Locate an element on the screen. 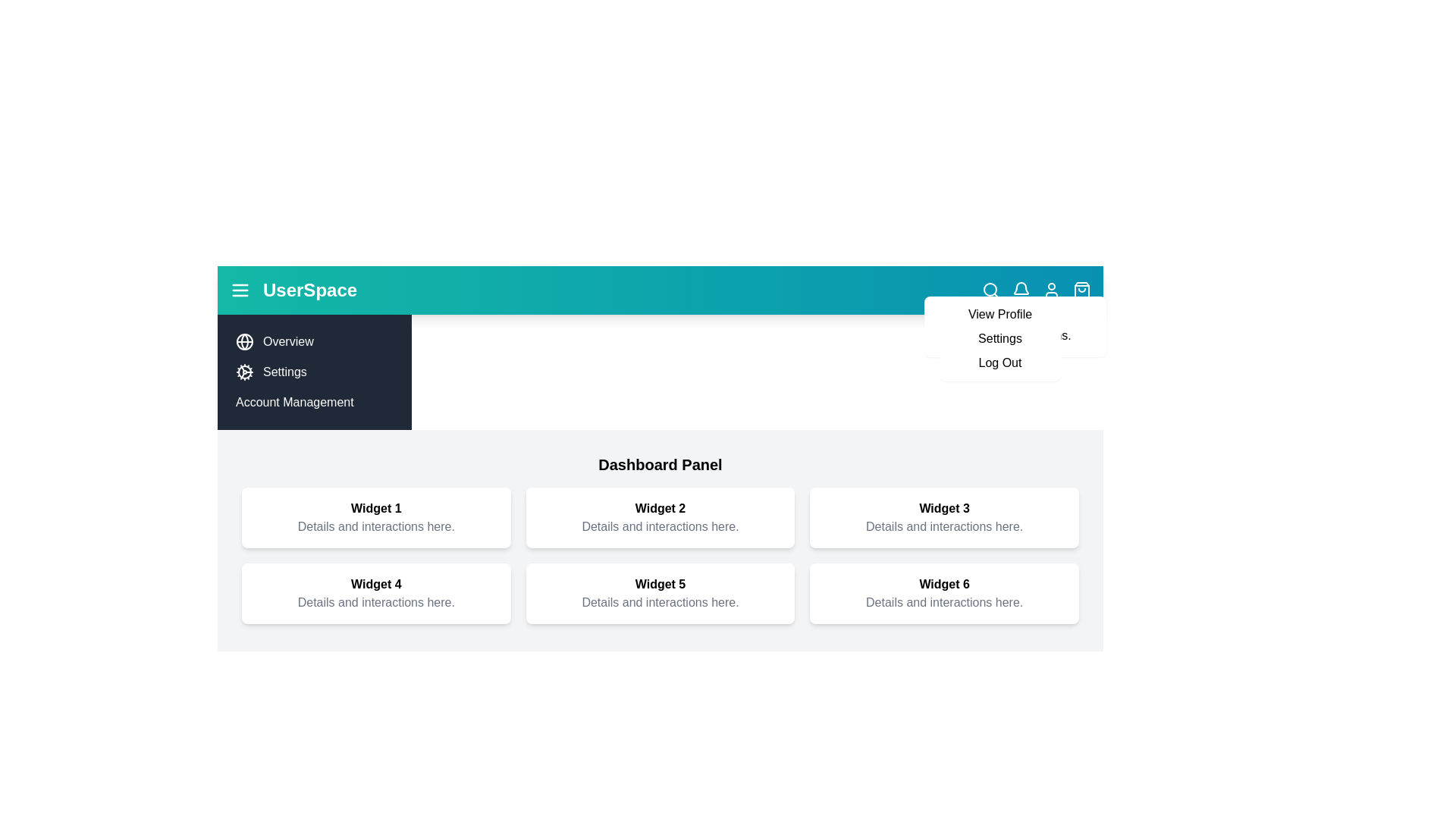  descriptive text 'Details and interactions here.' located in the fourth widget under the title 'Widget 4' on the dashboard is located at coordinates (376, 601).